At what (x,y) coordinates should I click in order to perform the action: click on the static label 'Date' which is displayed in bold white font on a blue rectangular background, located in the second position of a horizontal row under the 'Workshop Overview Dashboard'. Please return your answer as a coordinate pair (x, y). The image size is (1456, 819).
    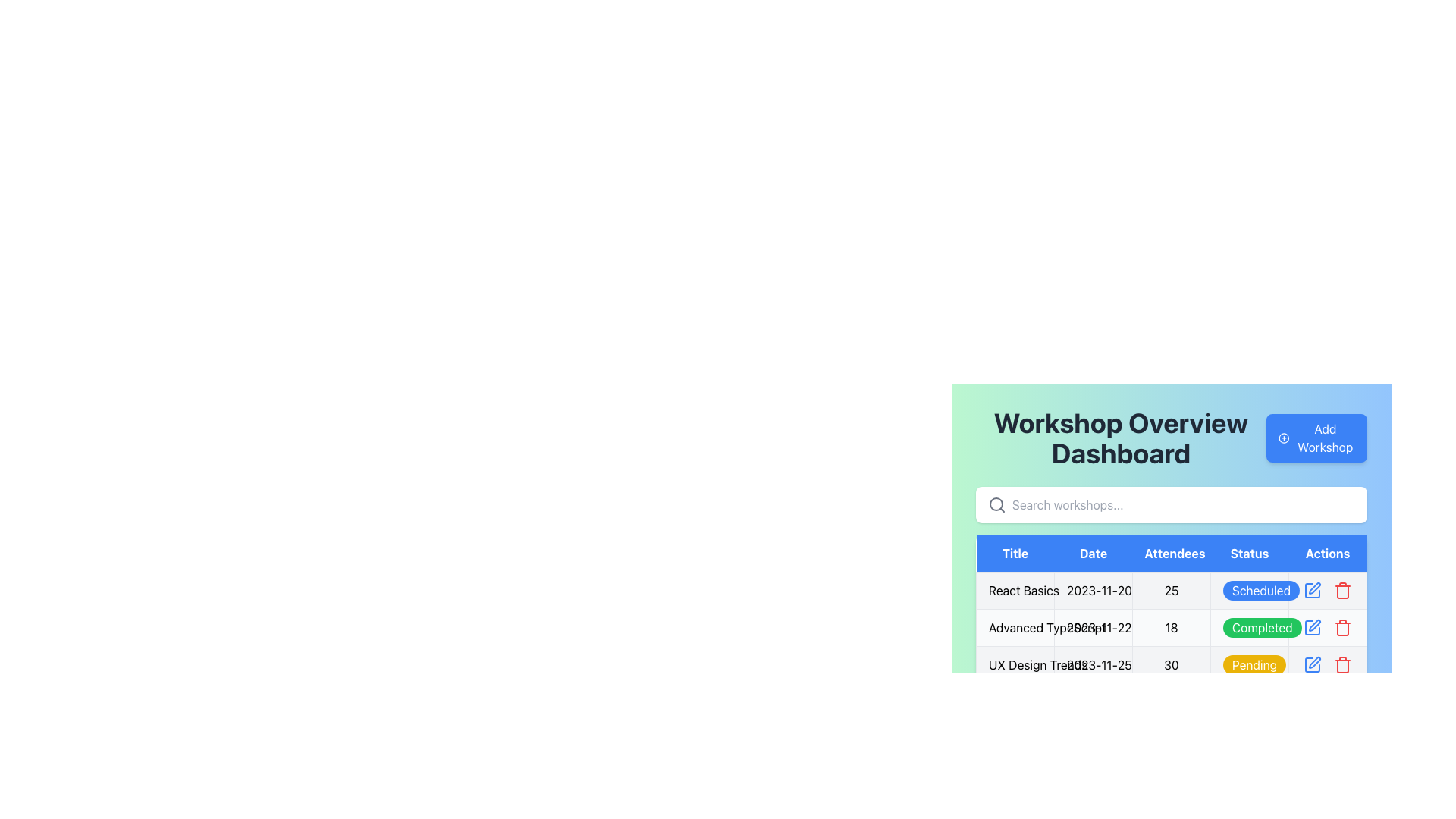
    Looking at the image, I should click on (1093, 553).